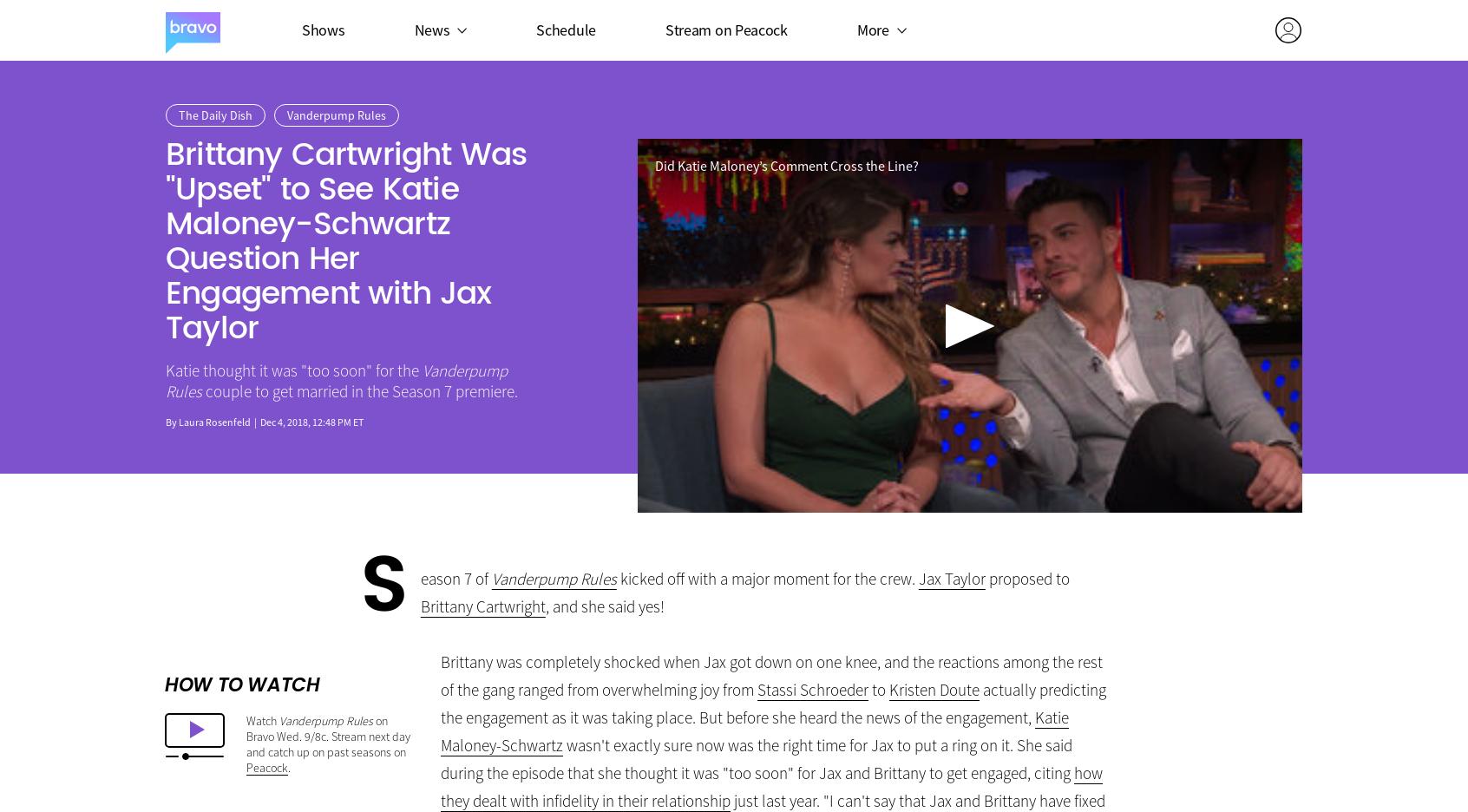 This screenshot has height=812, width=1468. What do you see at coordinates (544, 606) in the screenshot?
I see `', and she said yes!'` at bounding box center [544, 606].